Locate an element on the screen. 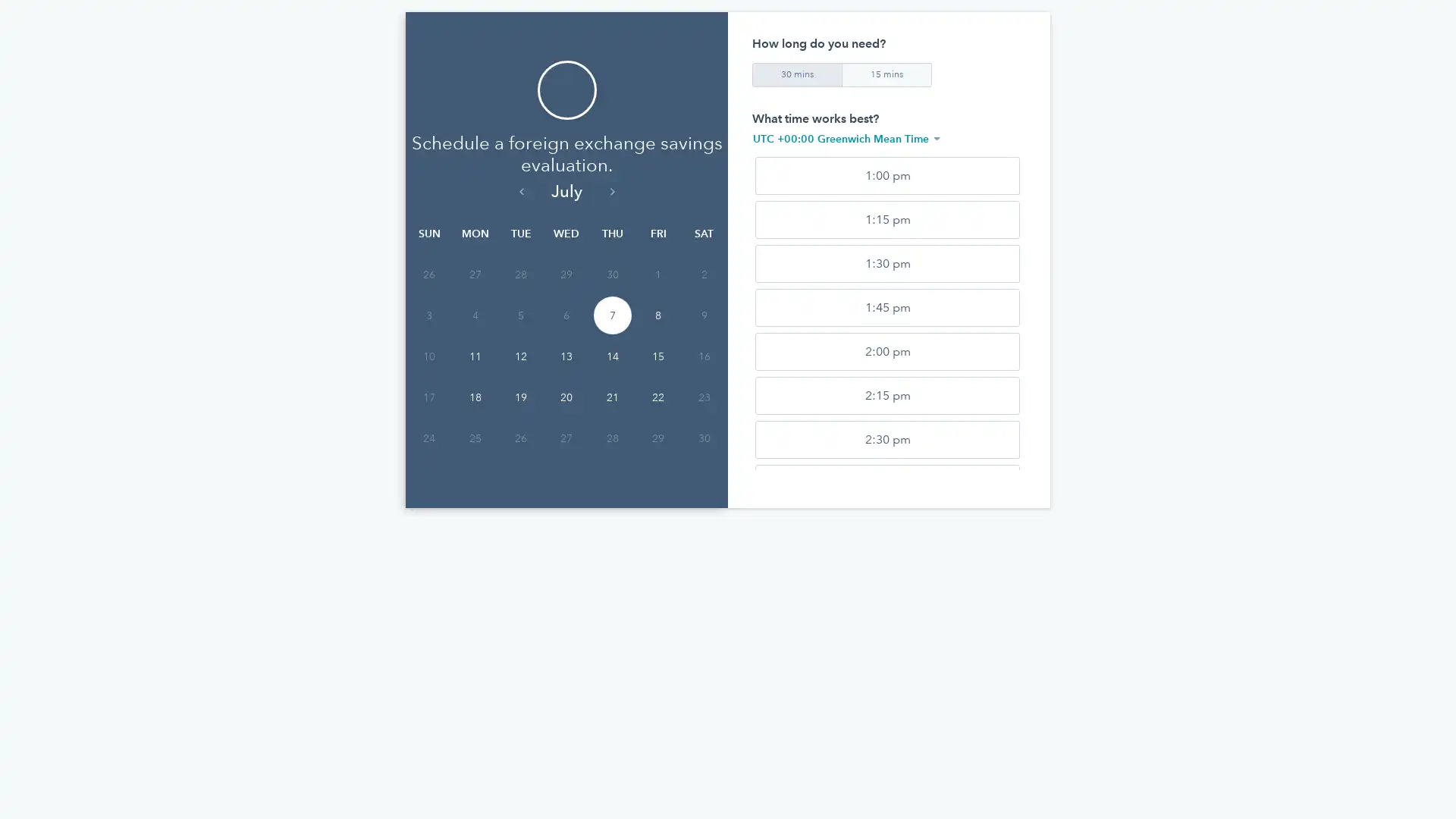  July 6th is located at coordinates (566, 315).